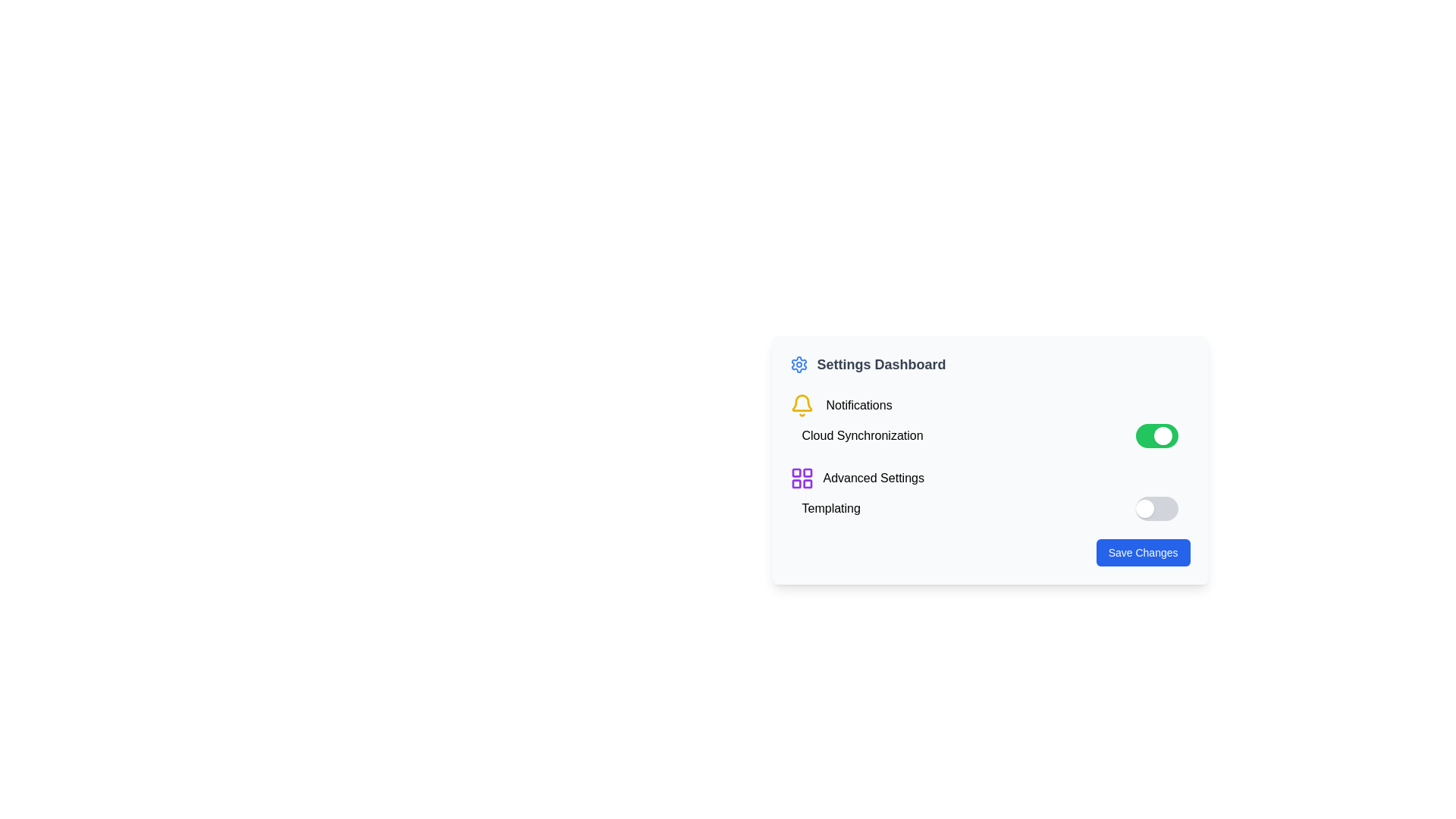 This screenshot has height=819, width=1456. I want to click on the save changes button located in the bottom-right area of the settings panel to commit modifications, so click(1143, 553).